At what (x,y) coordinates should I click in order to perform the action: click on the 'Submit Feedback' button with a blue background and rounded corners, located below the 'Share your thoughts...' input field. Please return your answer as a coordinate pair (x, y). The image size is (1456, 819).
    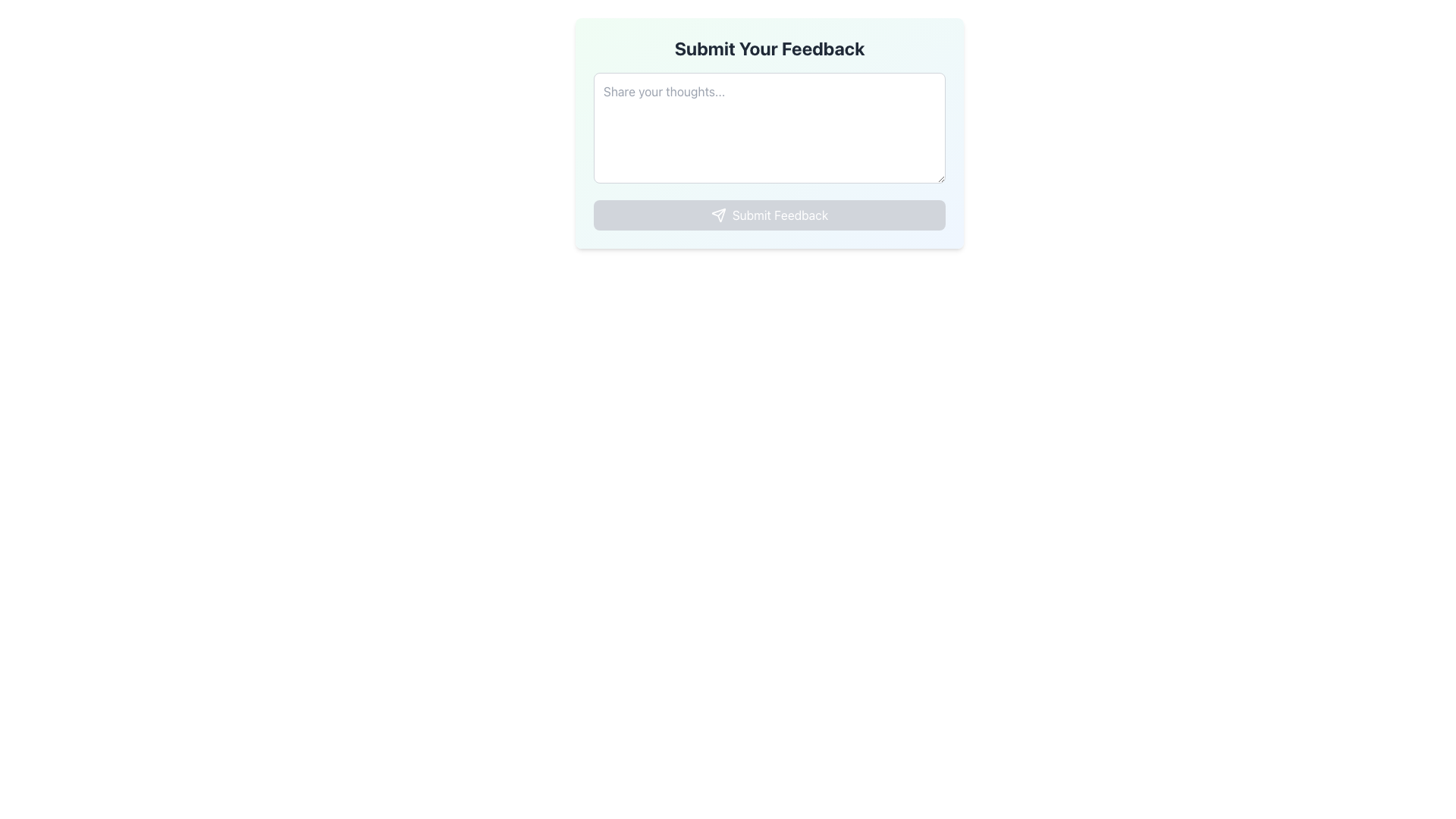
    Looking at the image, I should click on (769, 215).